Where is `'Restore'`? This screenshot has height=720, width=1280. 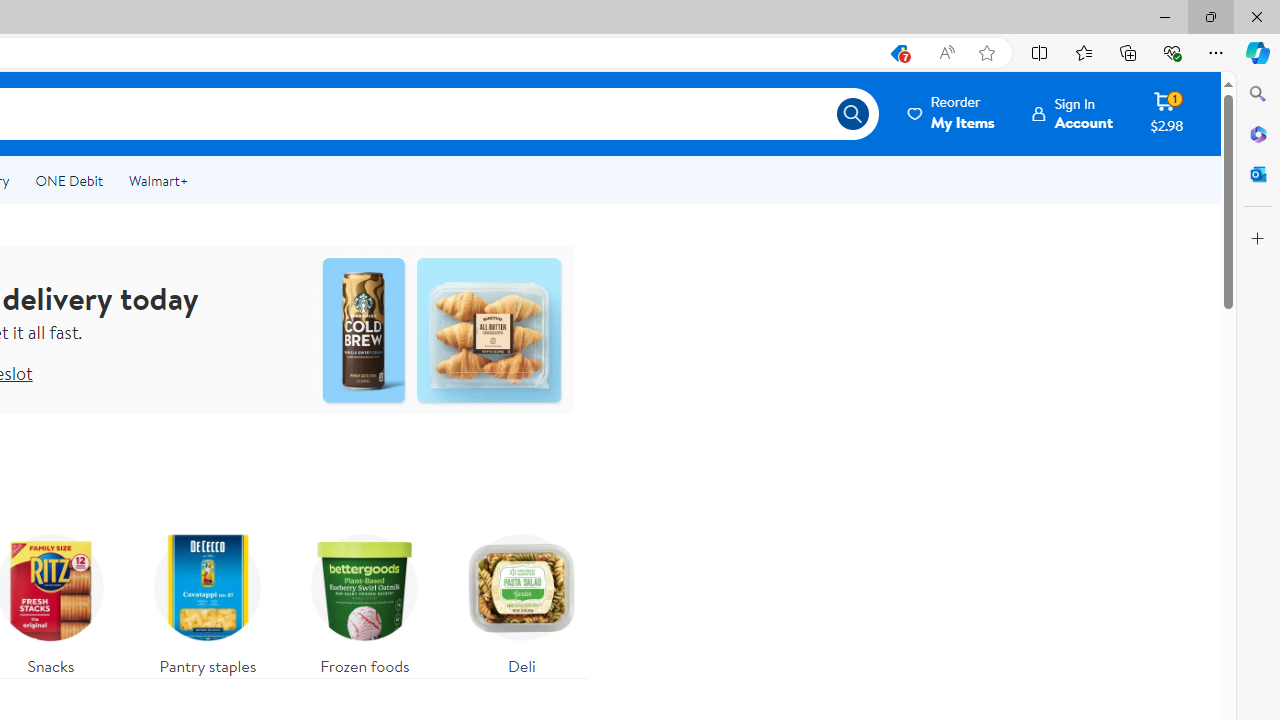 'Restore' is located at coordinates (1209, 16).